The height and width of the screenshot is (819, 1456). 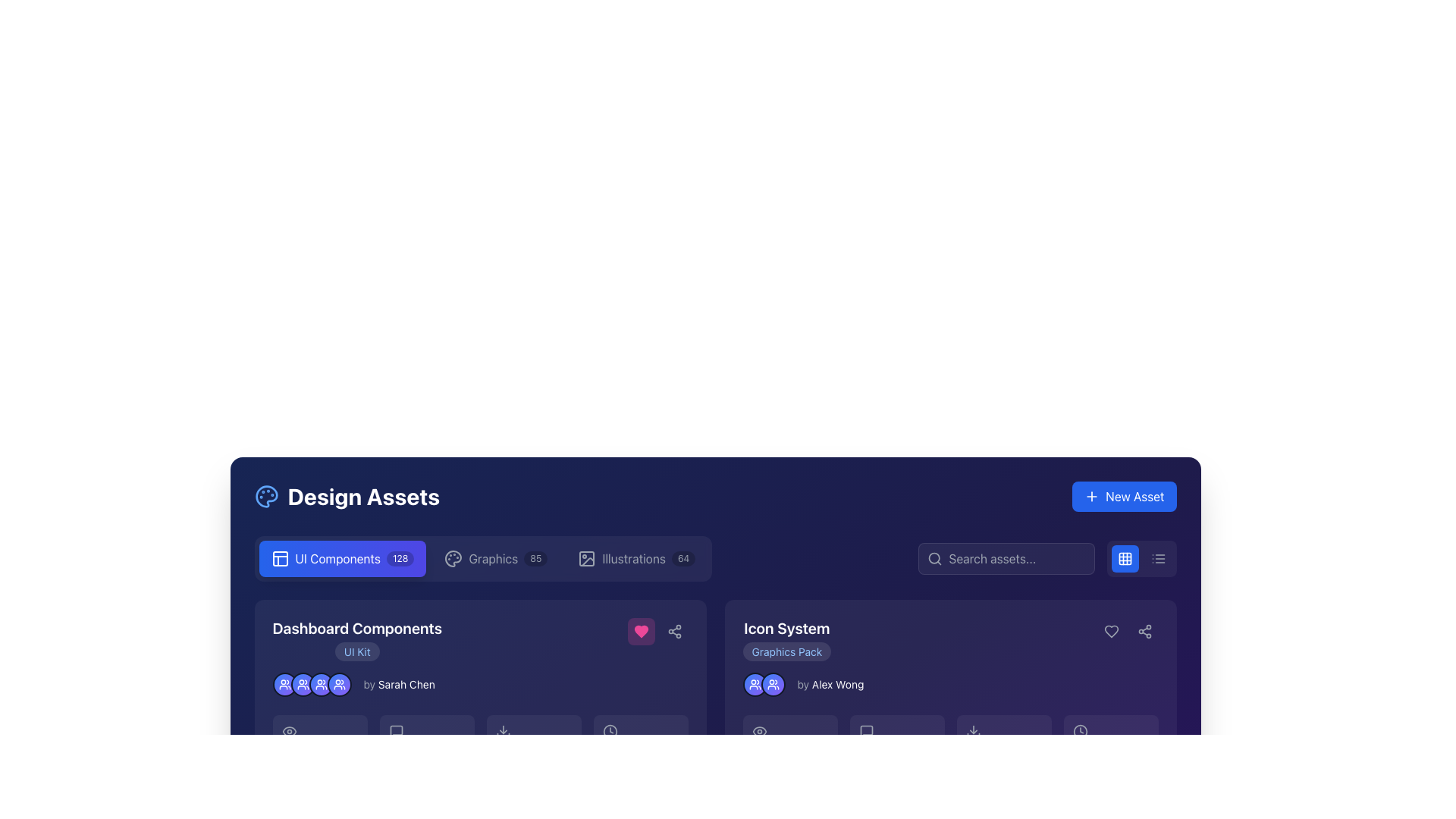 I want to click on the heart-shaped icon located in the upper-right area of the 'Dashboard Components' card, so click(x=641, y=632).